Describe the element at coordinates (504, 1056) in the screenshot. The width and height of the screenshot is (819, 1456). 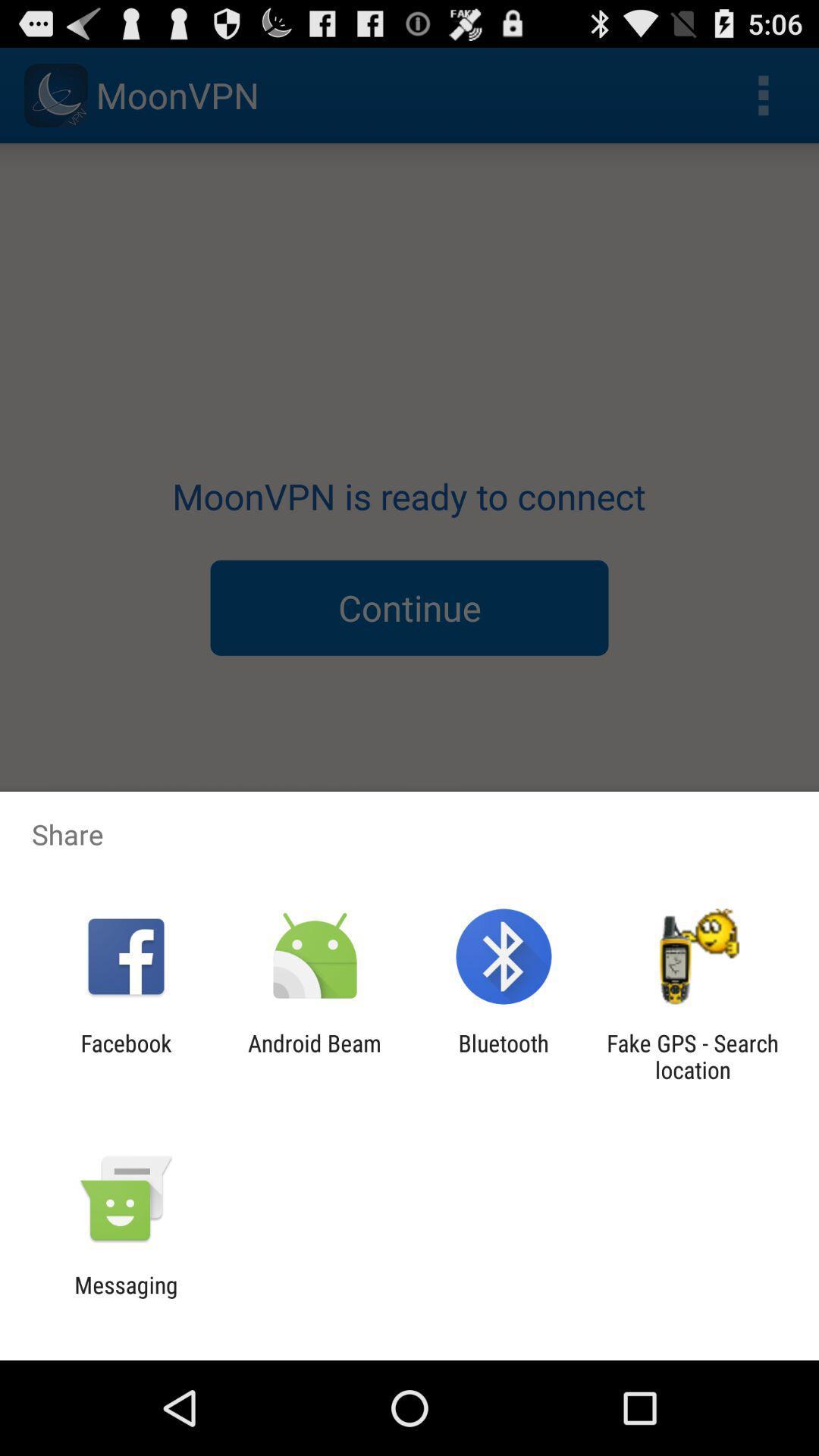
I see `item next to fake gps search item` at that location.